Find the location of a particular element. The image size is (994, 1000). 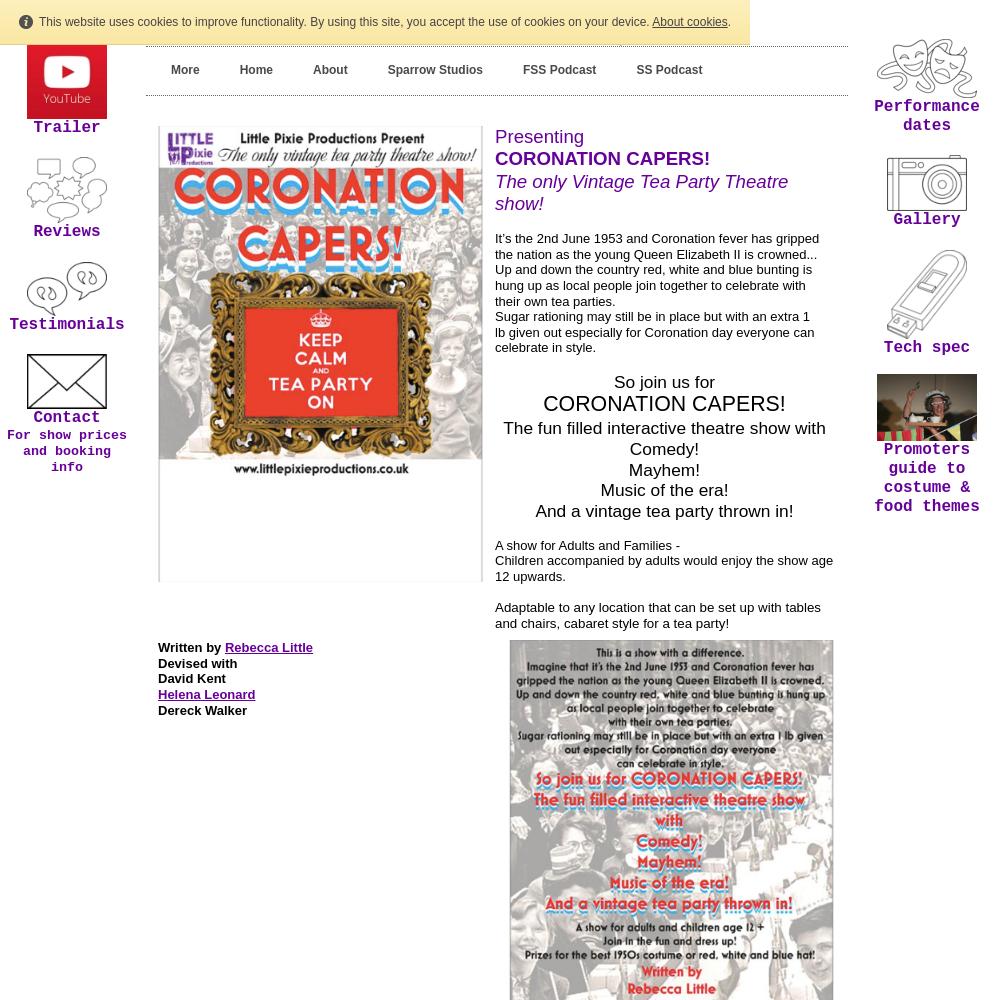

'Performance dates' is located at coordinates (874, 114).